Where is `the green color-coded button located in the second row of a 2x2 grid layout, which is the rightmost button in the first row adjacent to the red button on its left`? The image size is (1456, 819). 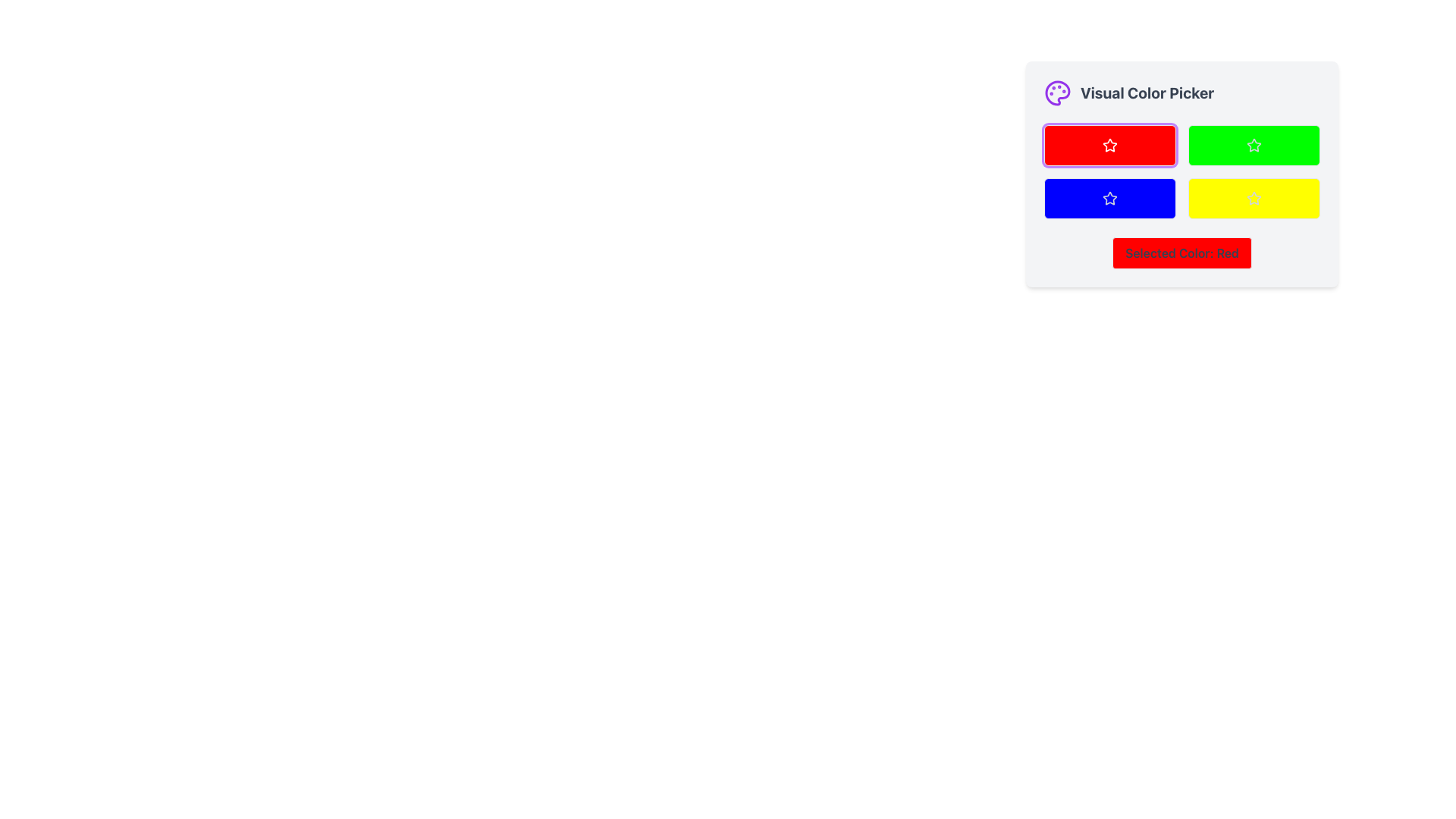
the green color-coded button located in the second row of a 2x2 grid layout, which is the rightmost button in the first row adjacent to the red button on its left is located at coordinates (1254, 146).